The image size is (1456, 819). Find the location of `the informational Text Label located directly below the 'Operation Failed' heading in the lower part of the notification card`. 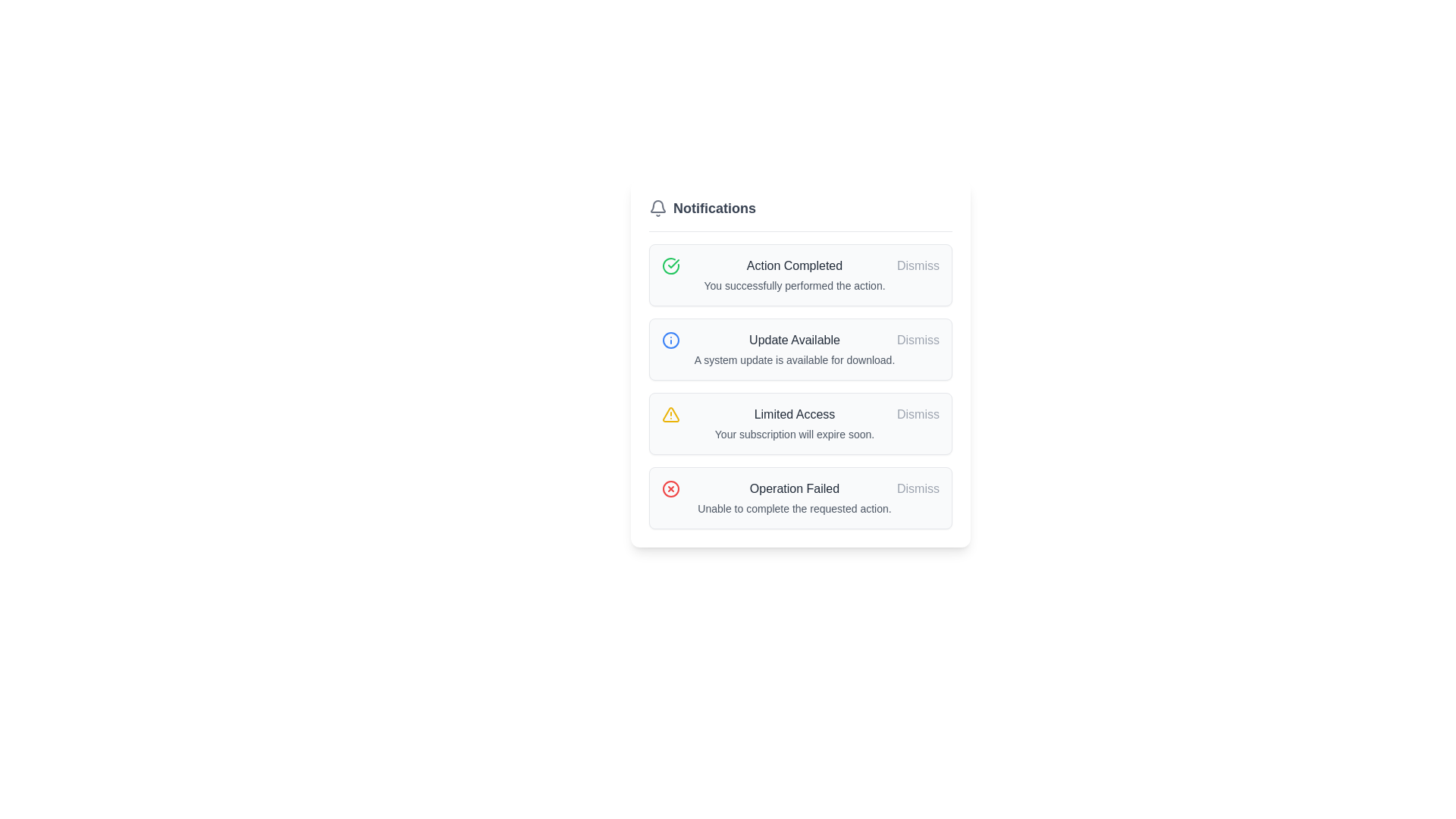

the informational Text Label located directly below the 'Operation Failed' heading in the lower part of the notification card is located at coordinates (793, 509).